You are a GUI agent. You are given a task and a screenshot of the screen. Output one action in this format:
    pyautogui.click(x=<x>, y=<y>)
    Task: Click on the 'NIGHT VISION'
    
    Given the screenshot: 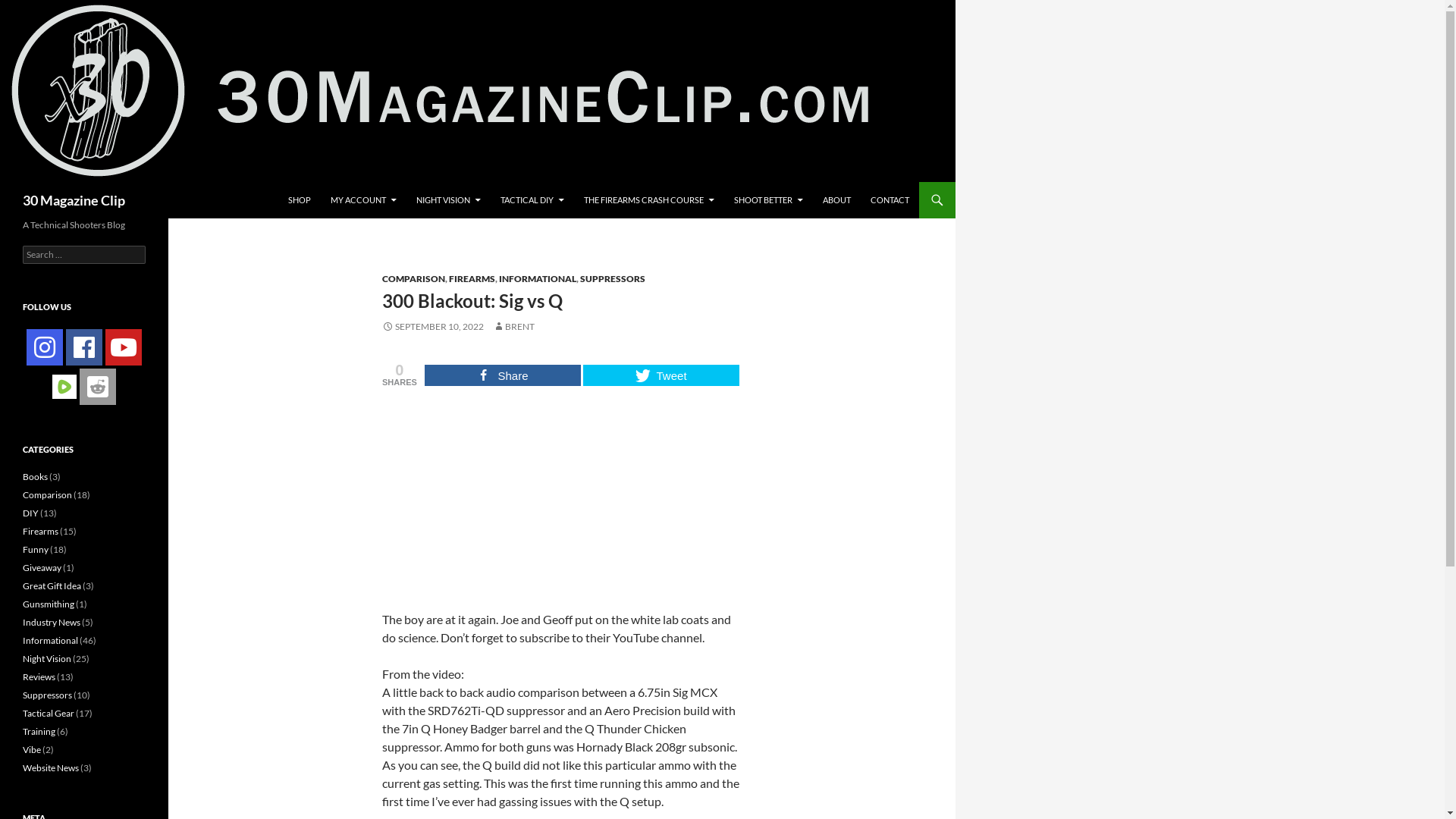 What is the action you would take?
    pyautogui.click(x=447, y=199)
    